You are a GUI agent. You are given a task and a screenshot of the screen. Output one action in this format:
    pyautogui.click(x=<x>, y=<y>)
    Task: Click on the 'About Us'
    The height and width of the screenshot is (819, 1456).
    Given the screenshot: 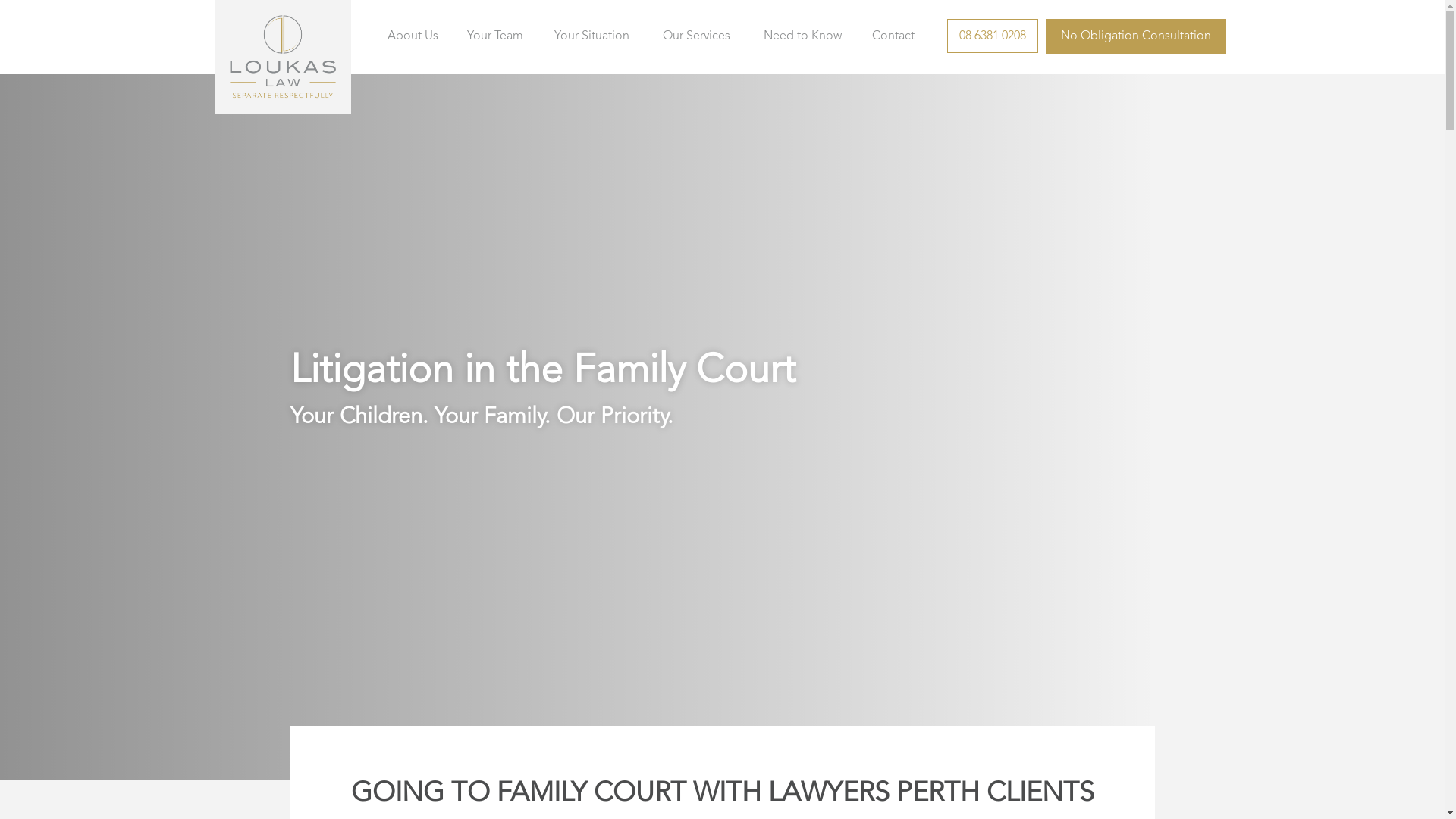 What is the action you would take?
    pyautogui.click(x=381, y=36)
    